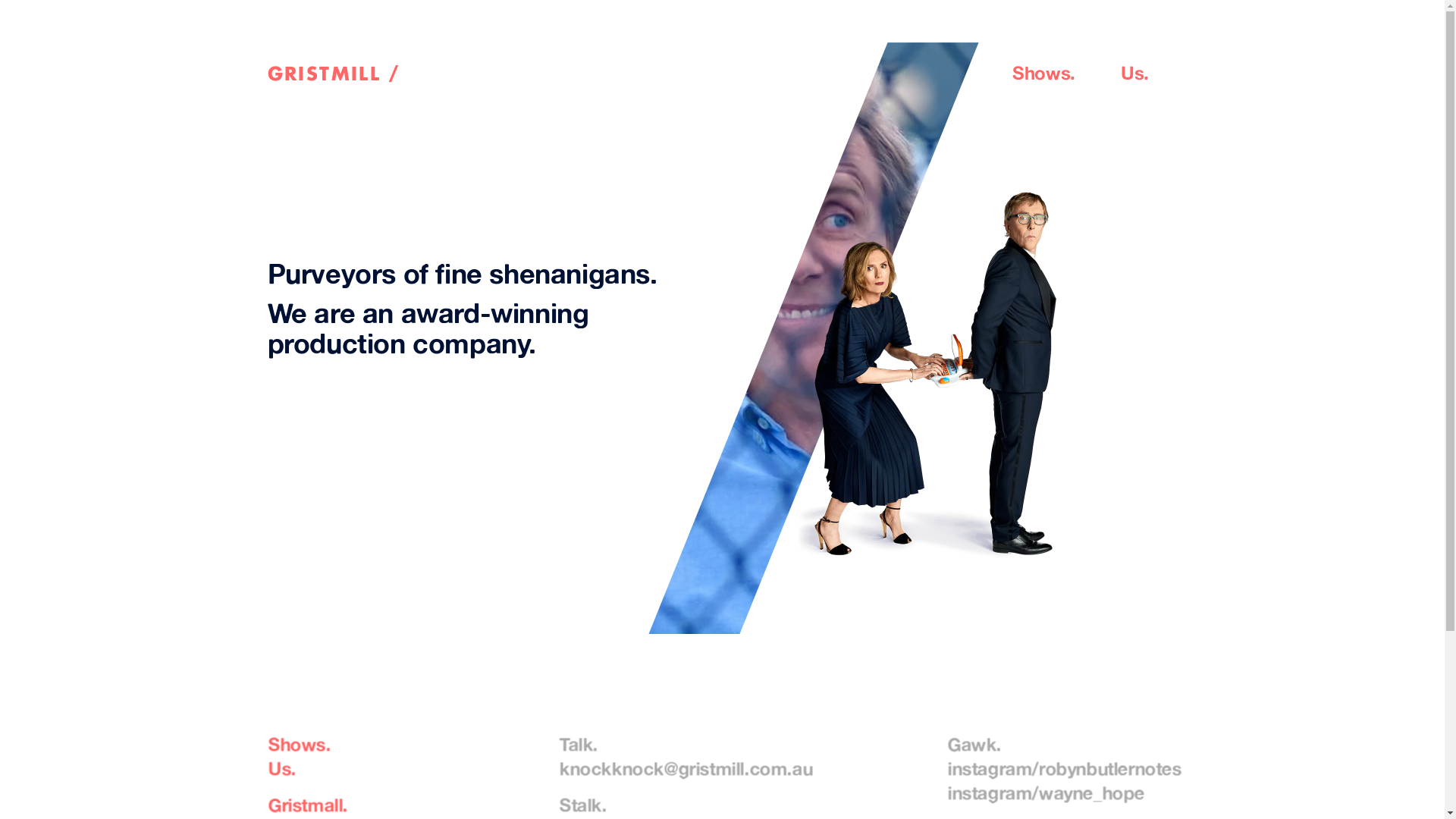  I want to click on 'instagram/robynbutlernotes', so click(1063, 768).